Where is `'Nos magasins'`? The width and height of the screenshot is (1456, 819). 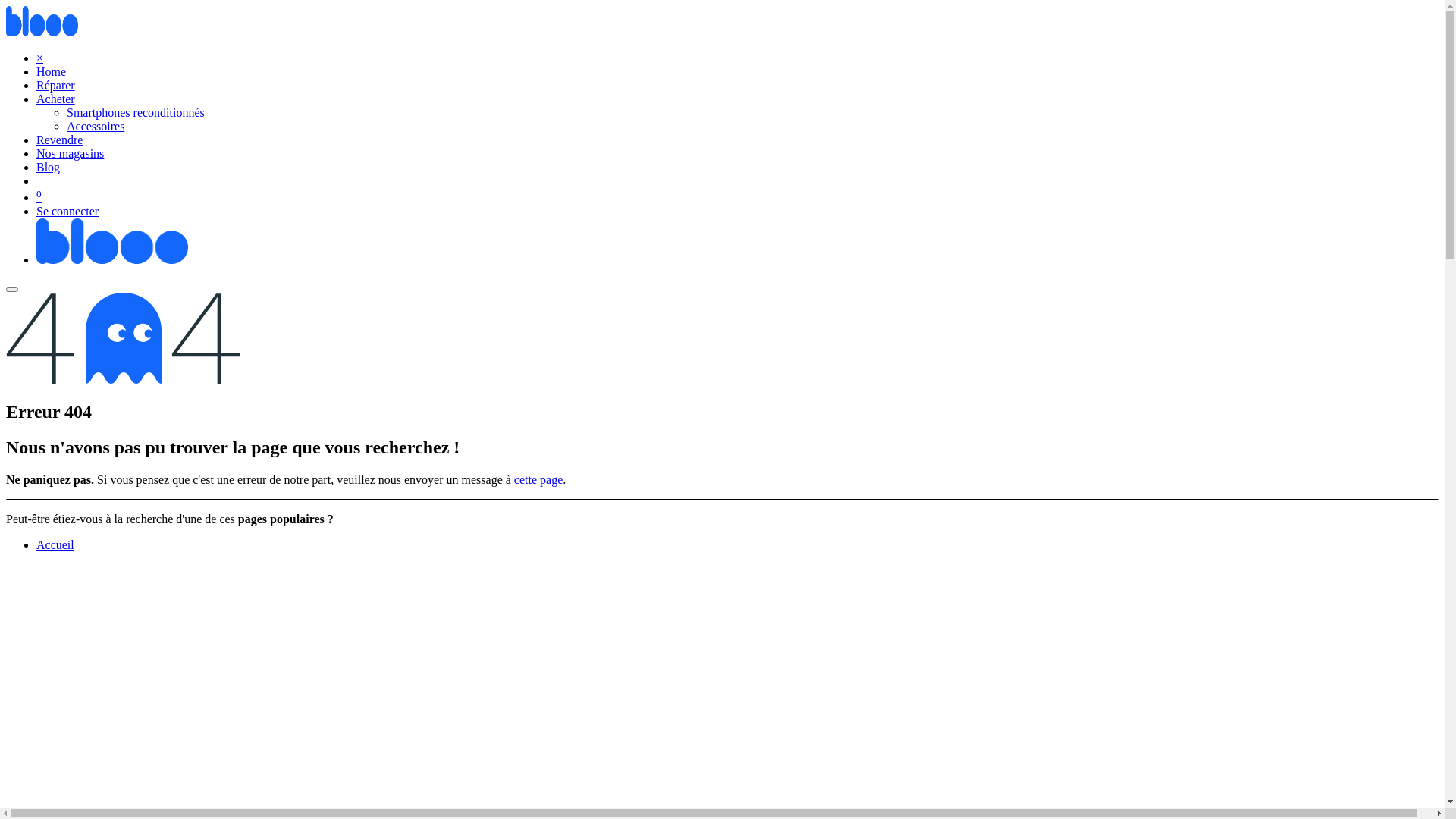 'Nos magasins' is located at coordinates (69, 153).